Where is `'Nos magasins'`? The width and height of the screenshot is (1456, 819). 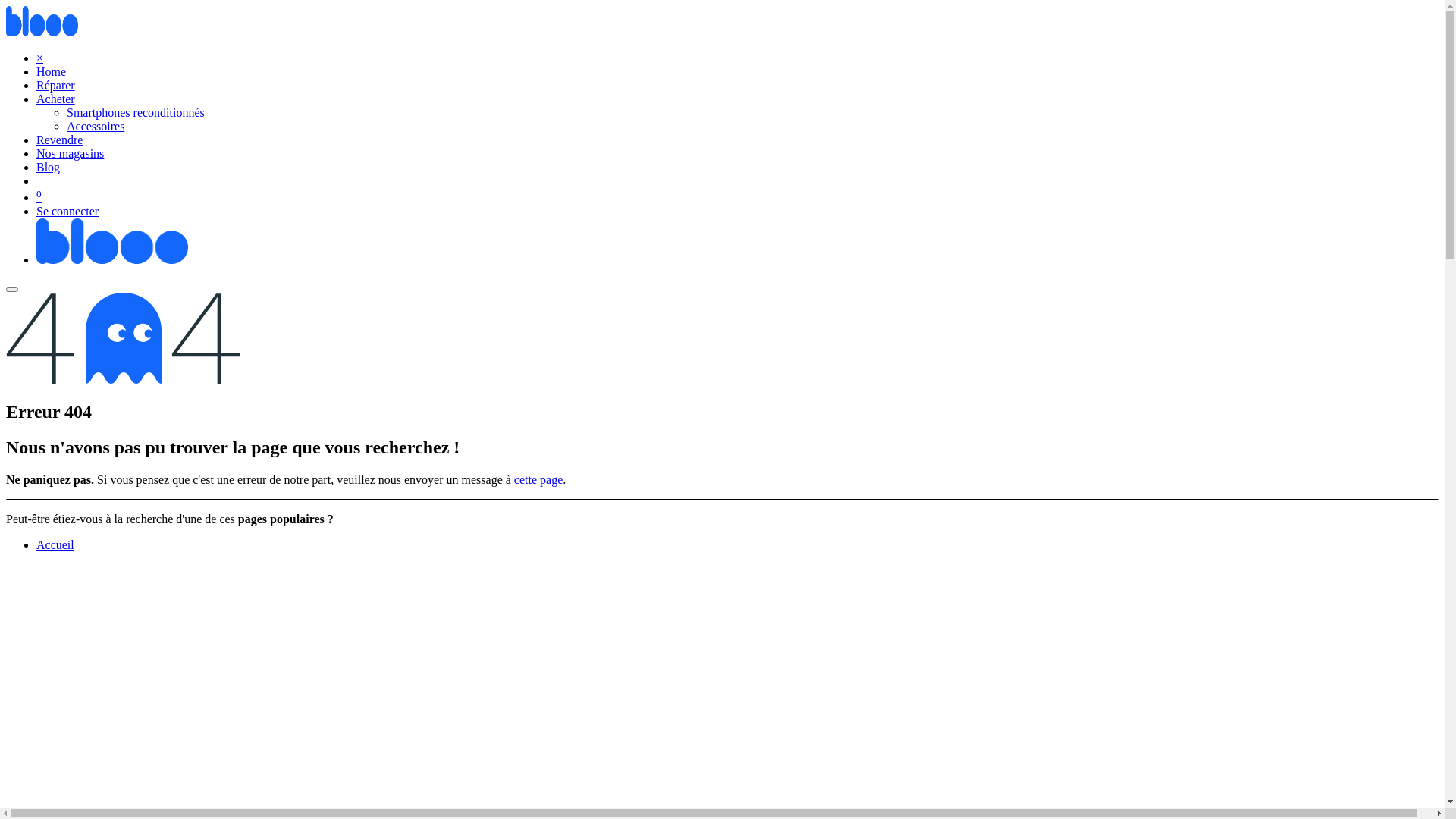 'Nos magasins' is located at coordinates (69, 153).